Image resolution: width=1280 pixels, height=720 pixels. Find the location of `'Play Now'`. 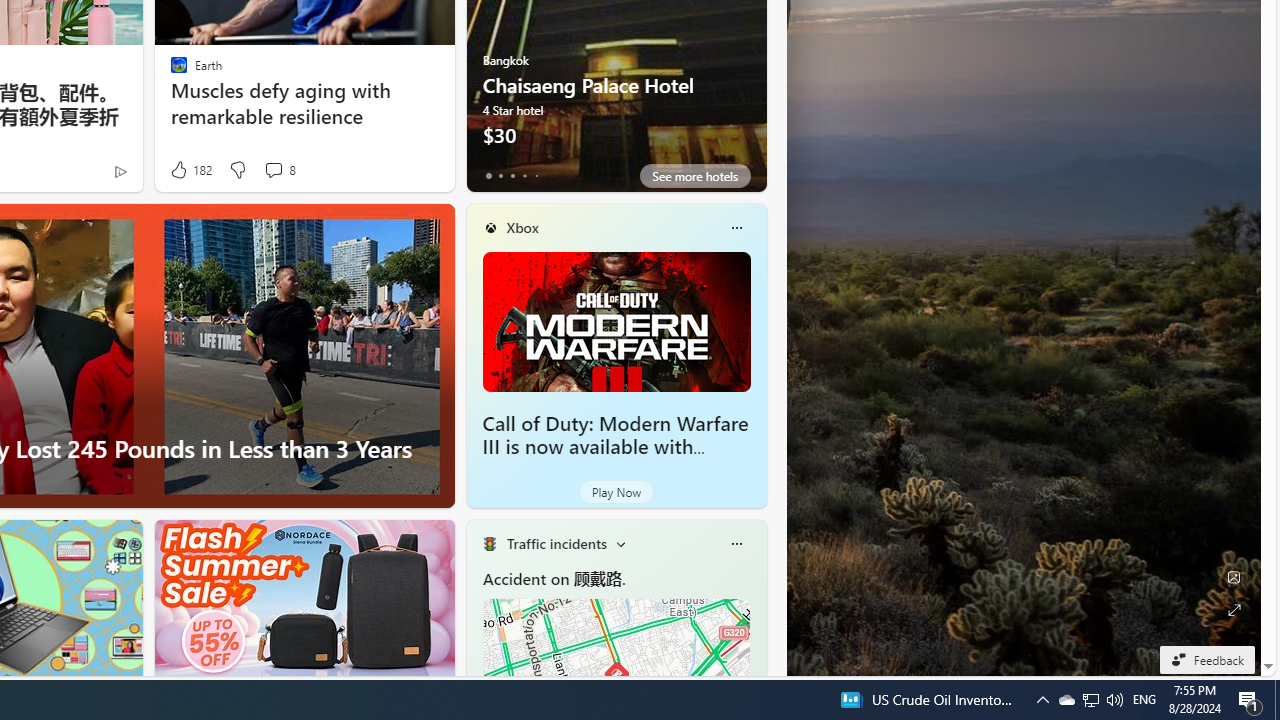

'Play Now' is located at coordinates (615, 492).